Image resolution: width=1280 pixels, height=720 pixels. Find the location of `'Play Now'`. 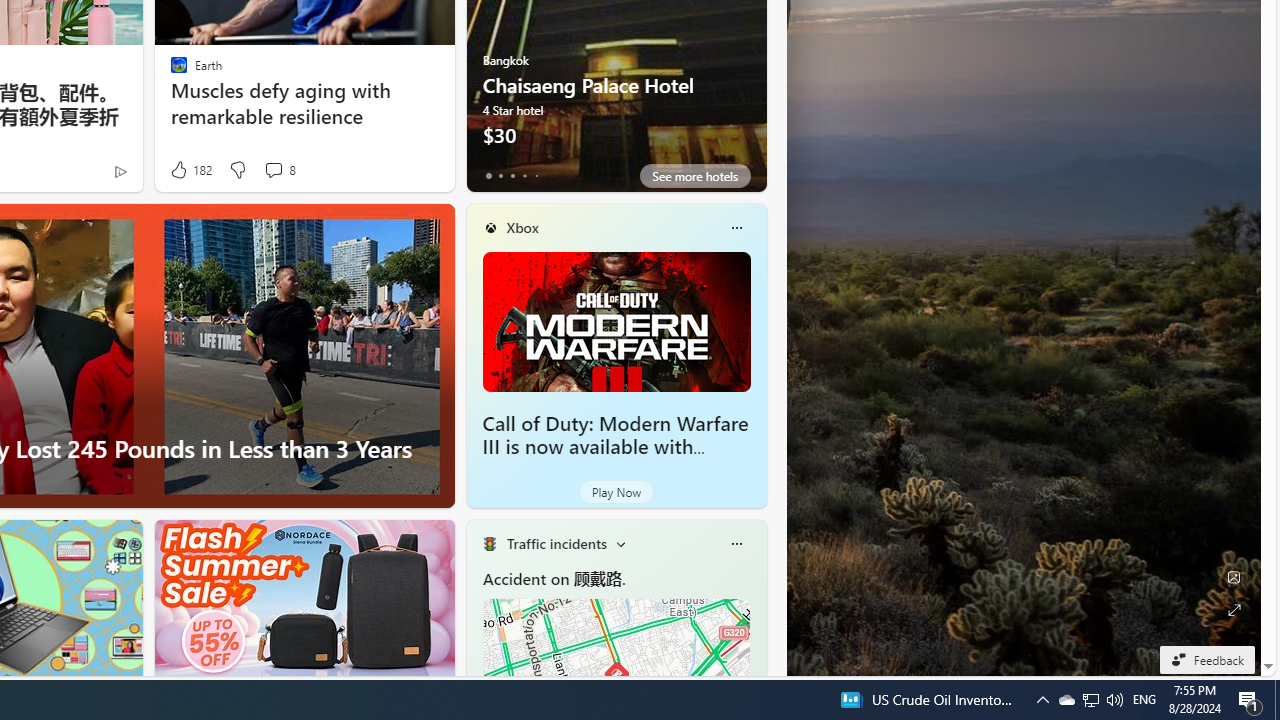

'Play Now' is located at coordinates (615, 492).